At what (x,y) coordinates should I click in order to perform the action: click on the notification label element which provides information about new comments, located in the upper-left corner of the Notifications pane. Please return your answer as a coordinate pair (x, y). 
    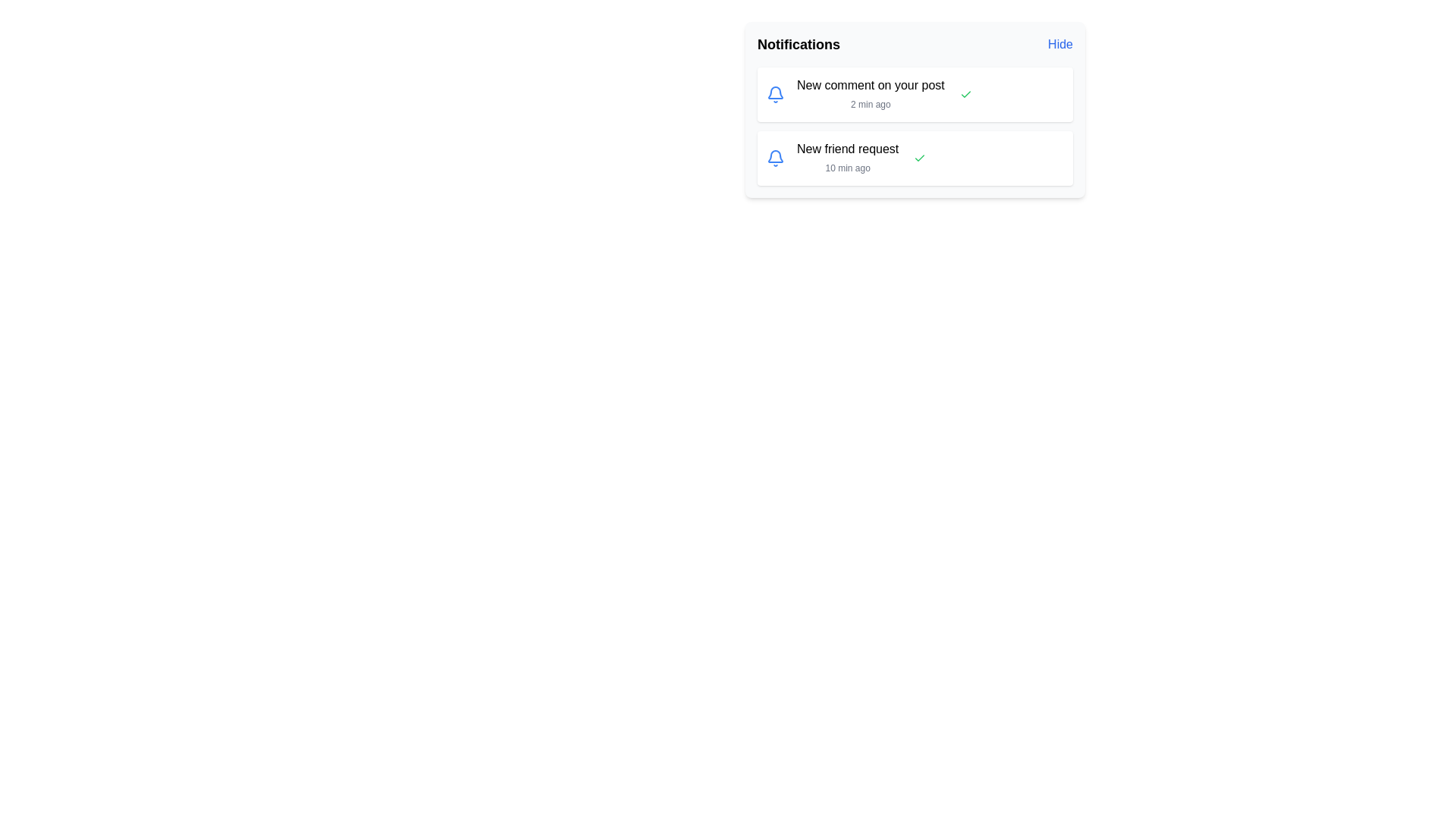
    Looking at the image, I should click on (871, 85).